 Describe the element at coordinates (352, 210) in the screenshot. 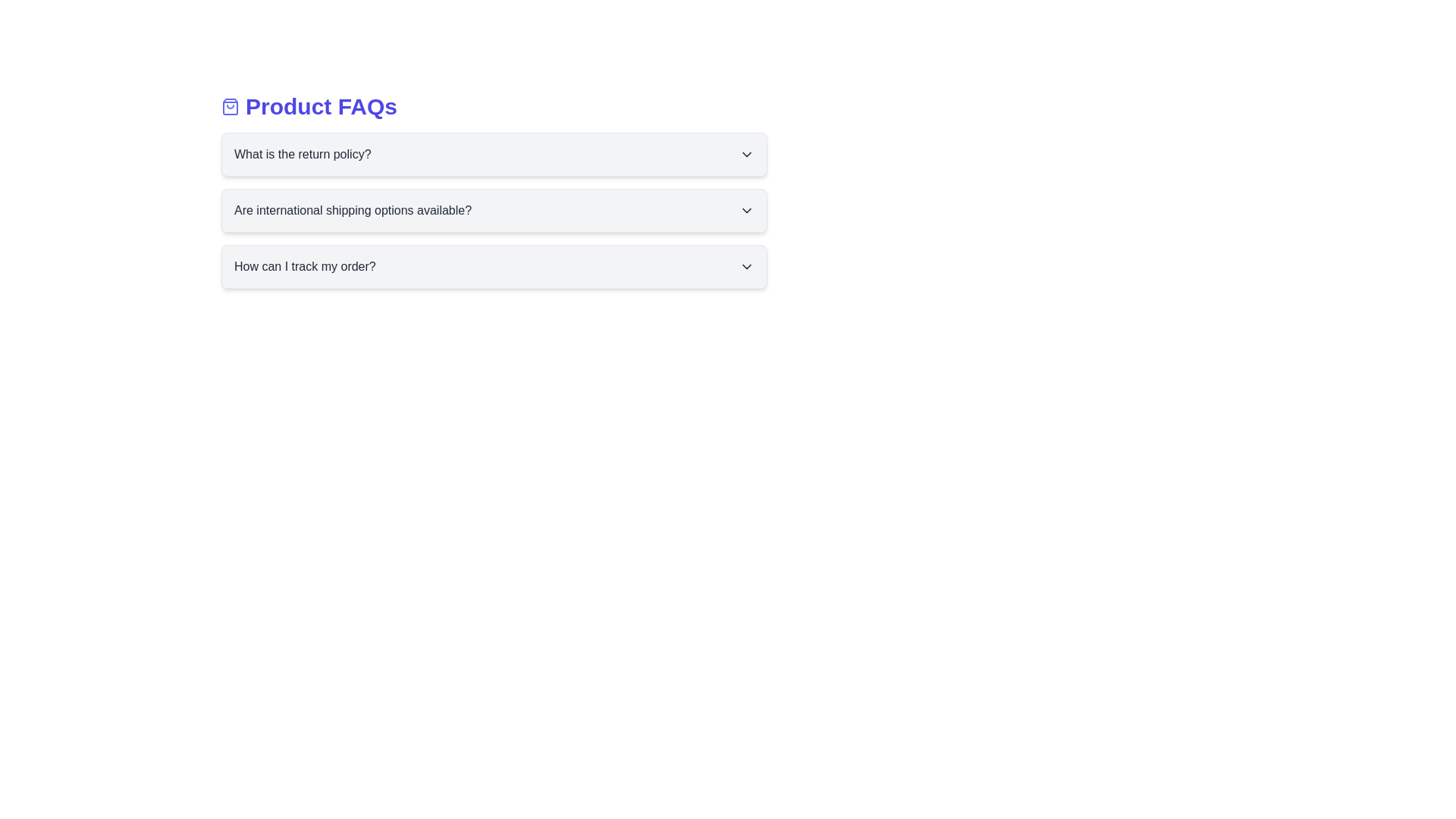

I see `the FAQ question about international shipping options` at that location.